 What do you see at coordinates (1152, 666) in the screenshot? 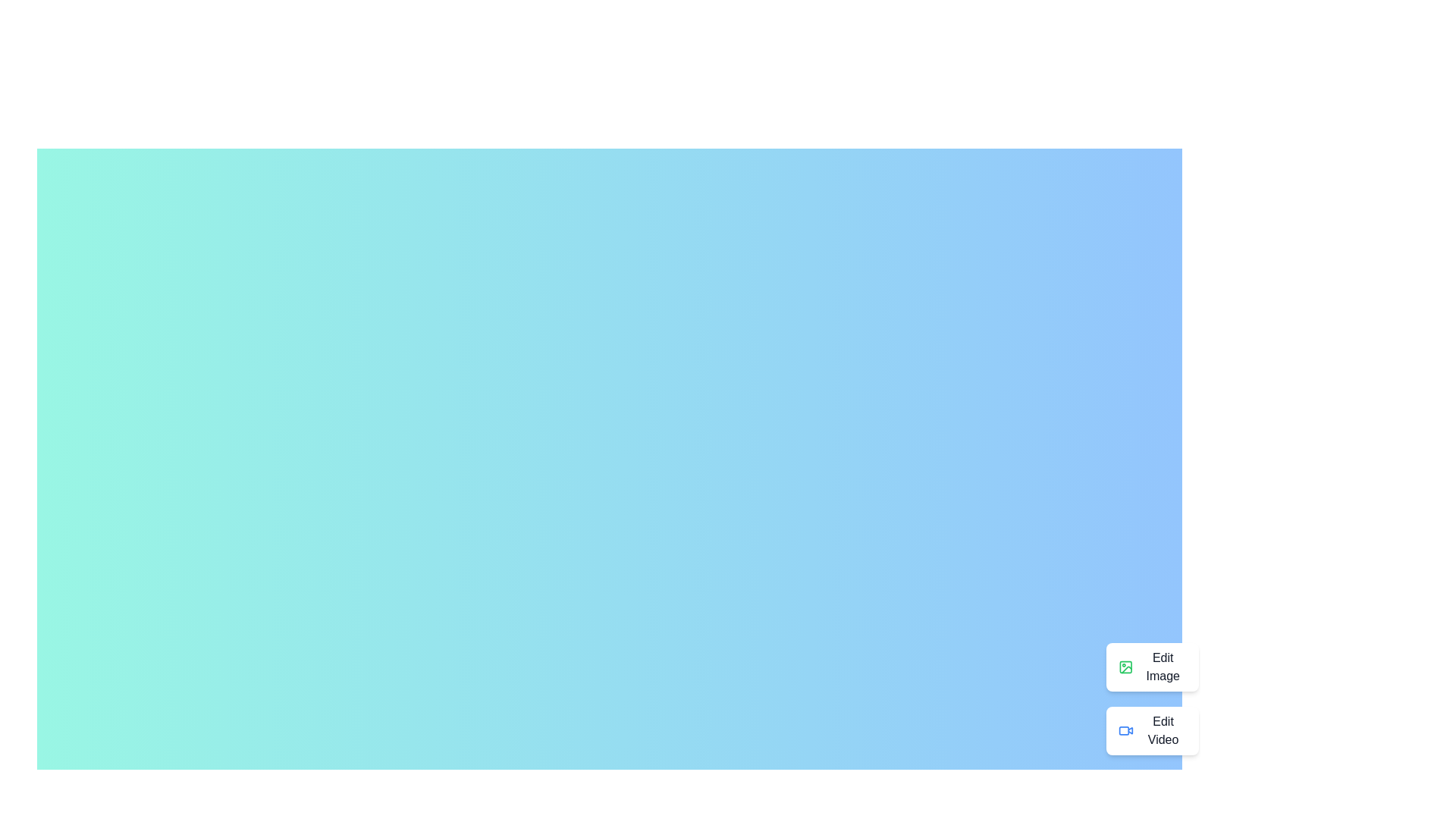
I see `the 'Edit Image' button` at bounding box center [1152, 666].